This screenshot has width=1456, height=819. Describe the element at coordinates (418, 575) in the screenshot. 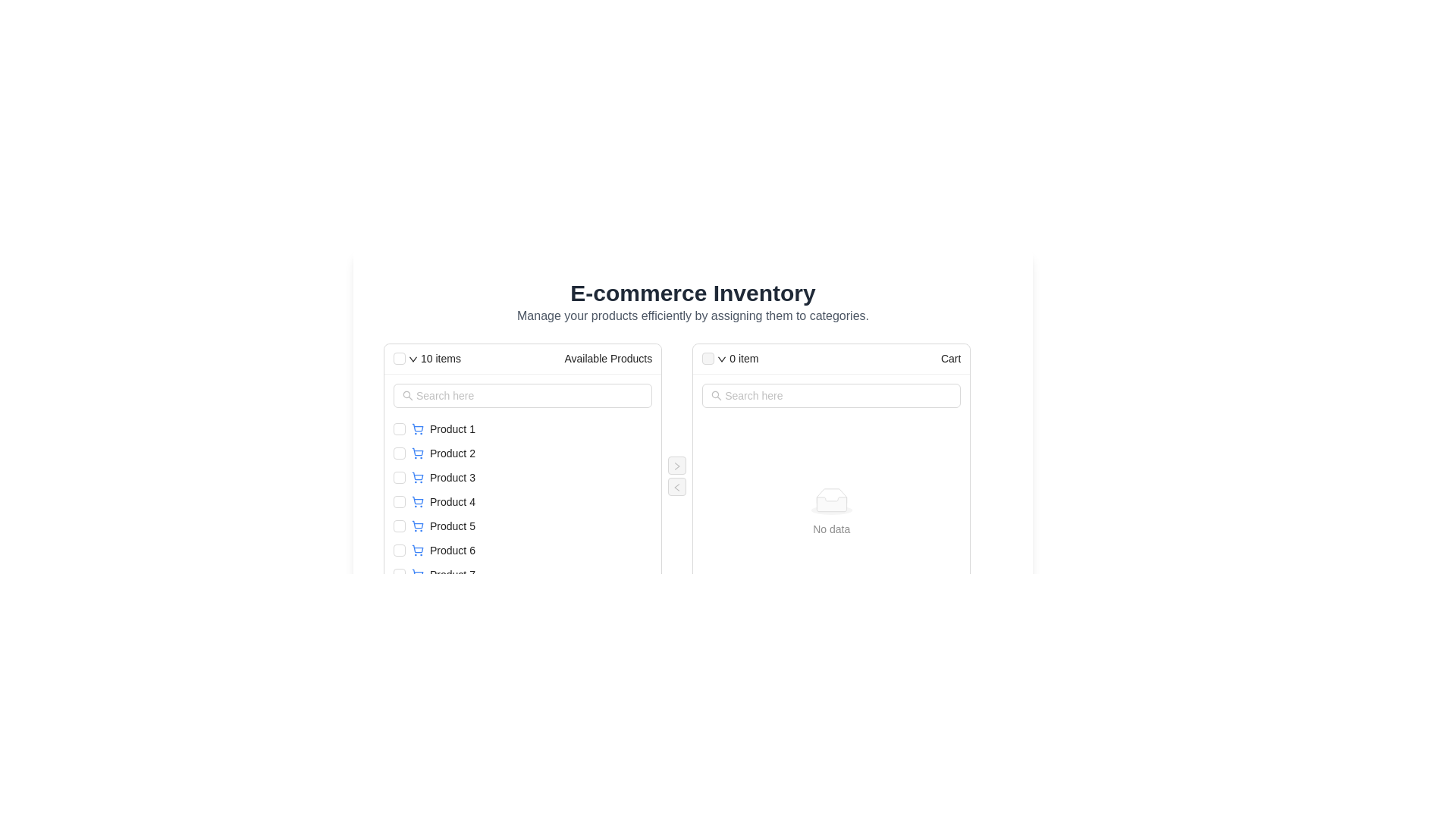

I see `the blue shopping cart icon located to the left of 'Product 7' in the vertical list` at that location.